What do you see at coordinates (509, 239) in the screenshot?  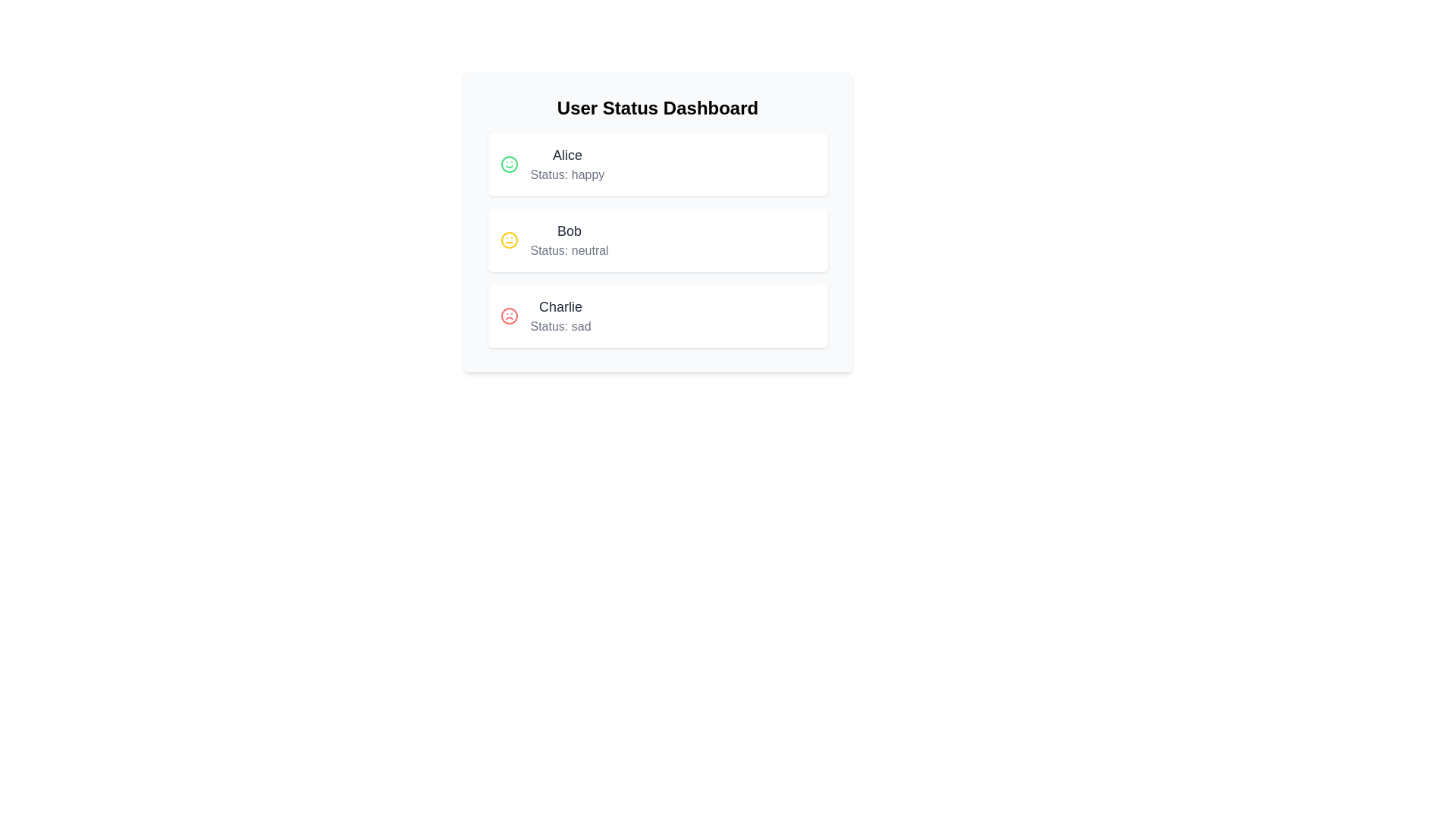 I see `the neutral status icon representing Bob, located in the left section of the 'Bob' user card next to the text 'Status: neutral'` at bounding box center [509, 239].